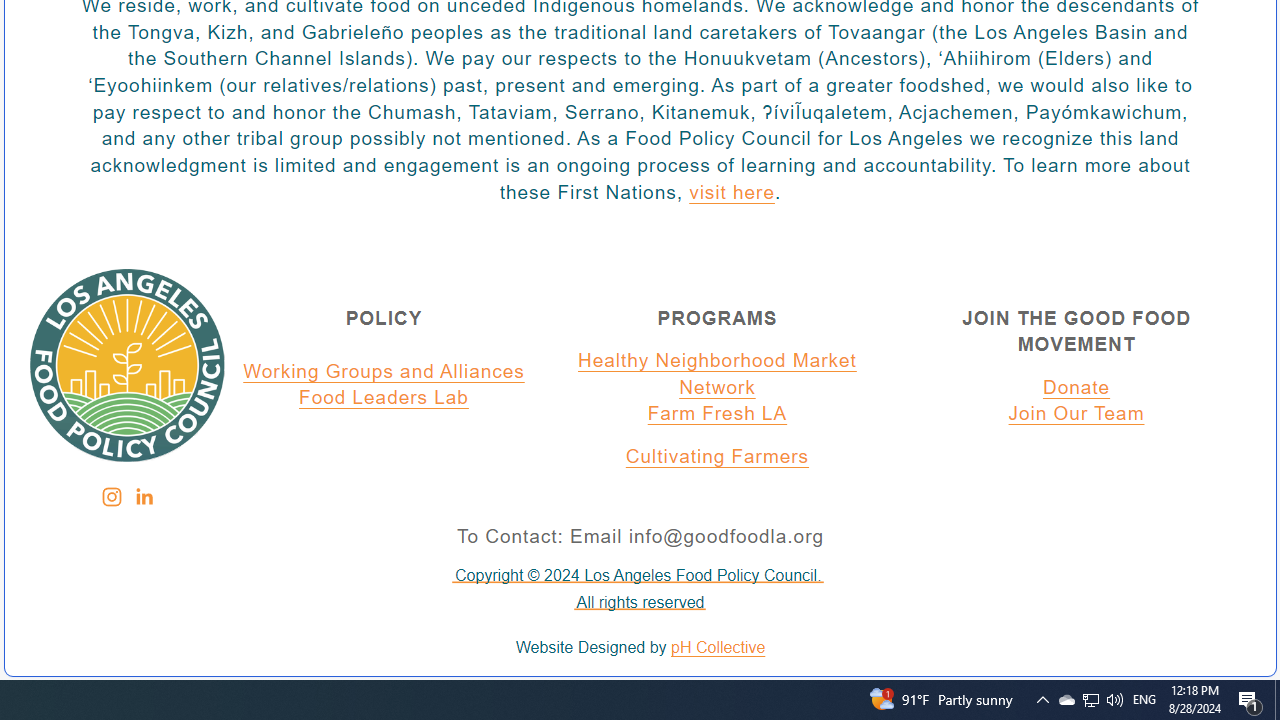 The image size is (1280, 720). What do you see at coordinates (110, 496) in the screenshot?
I see `'Instagram'` at bounding box center [110, 496].